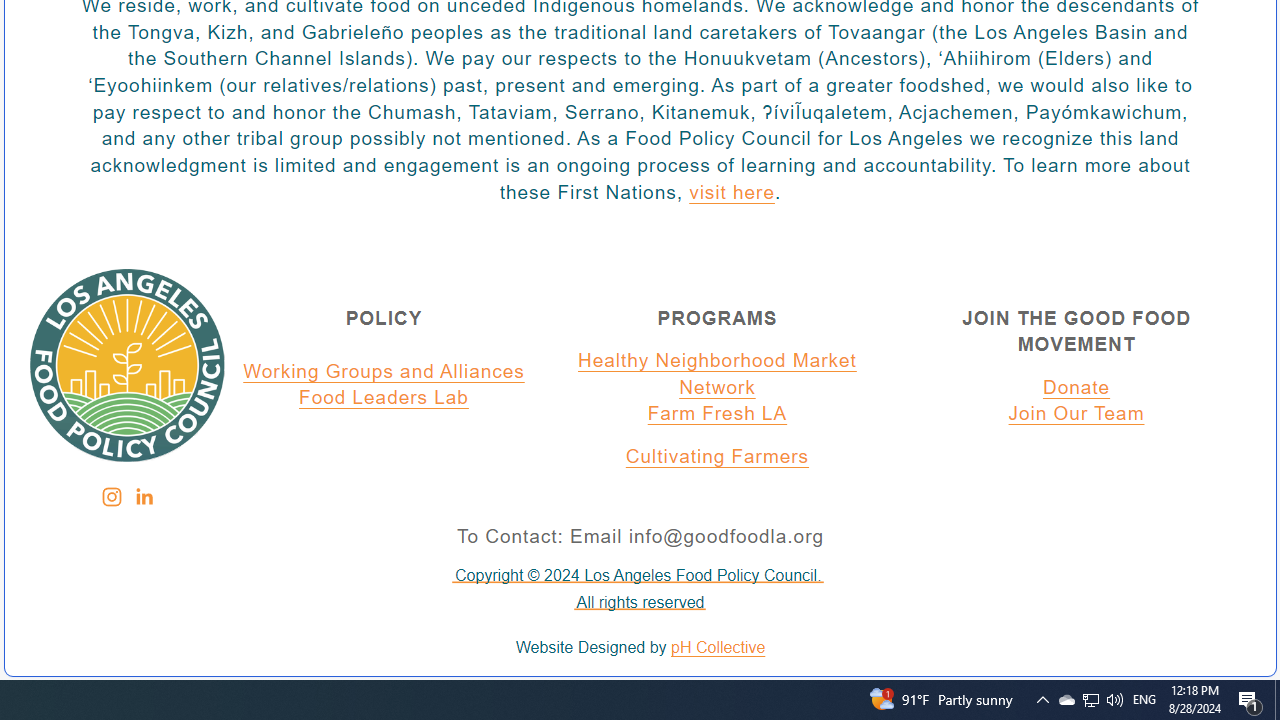 The image size is (1280, 720). What do you see at coordinates (110, 496) in the screenshot?
I see `'Instagram'` at bounding box center [110, 496].